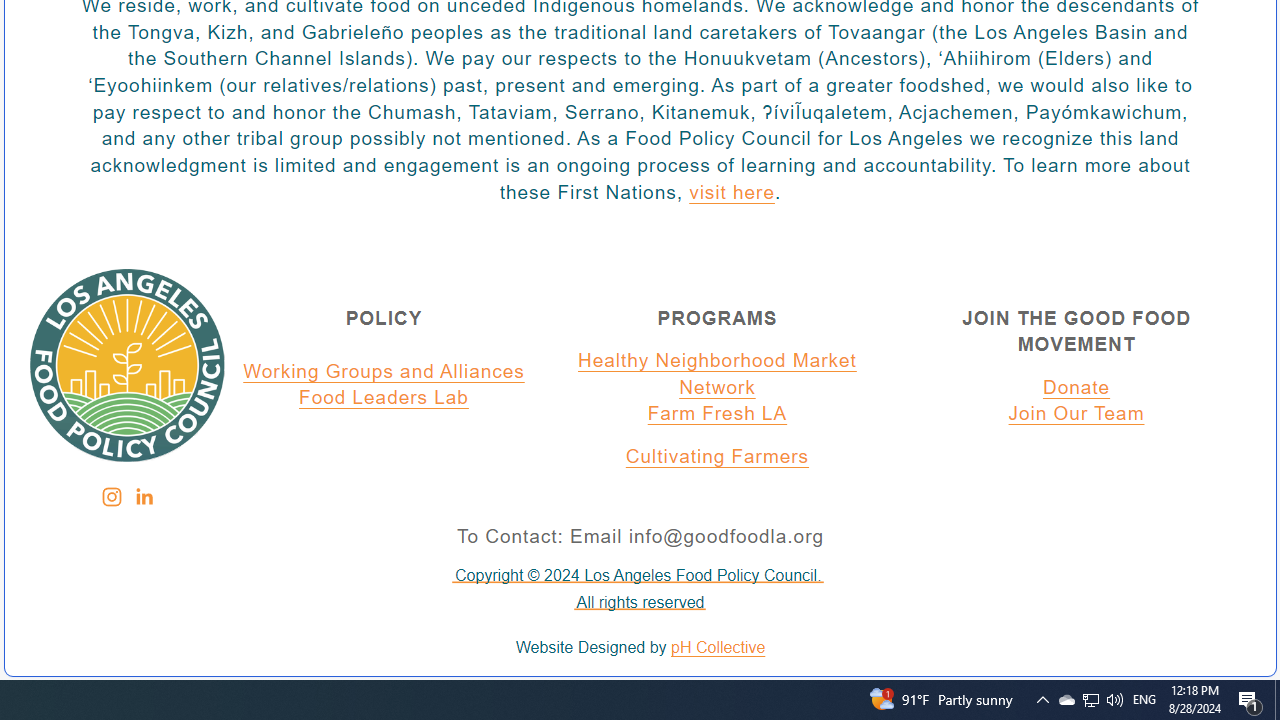 The image size is (1280, 720). What do you see at coordinates (110, 496) in the screenshot?
I see `'Instagram'` at bounding box center [110, 496].